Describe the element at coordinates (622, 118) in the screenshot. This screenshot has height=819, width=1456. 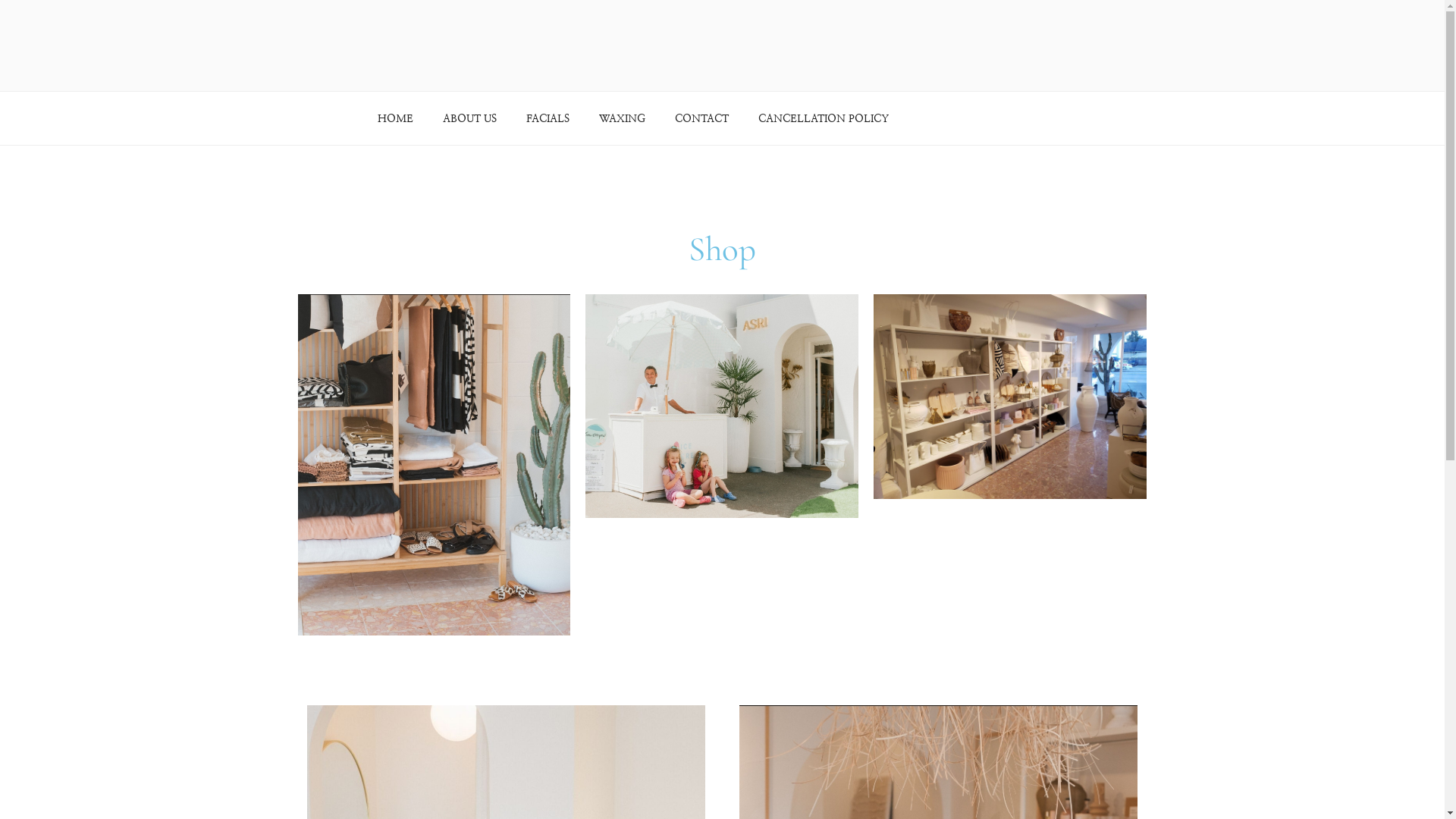
I see `'WAXING'` at that location.